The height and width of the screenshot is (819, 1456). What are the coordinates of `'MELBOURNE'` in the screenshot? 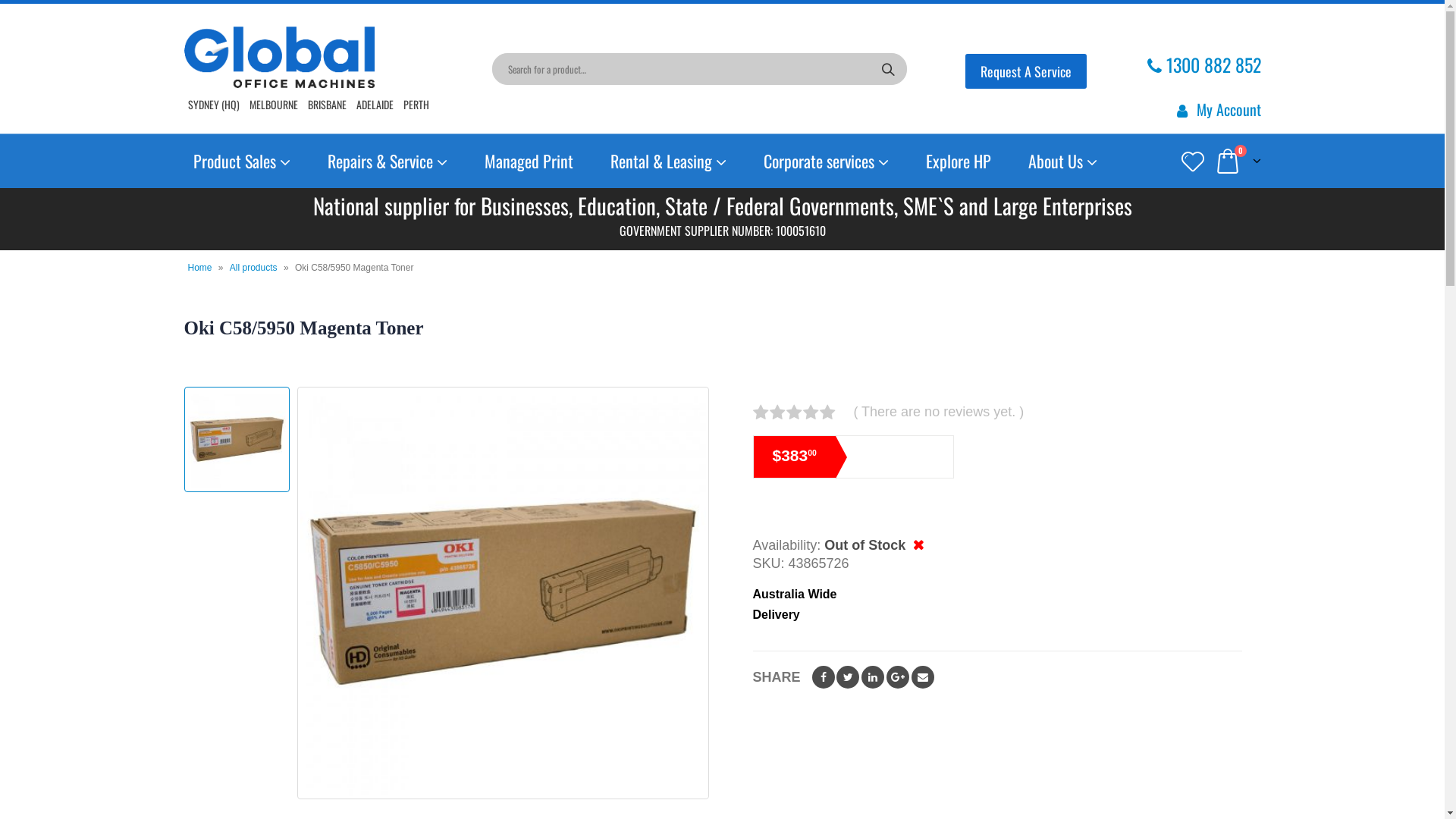 It's located at (248, 103).